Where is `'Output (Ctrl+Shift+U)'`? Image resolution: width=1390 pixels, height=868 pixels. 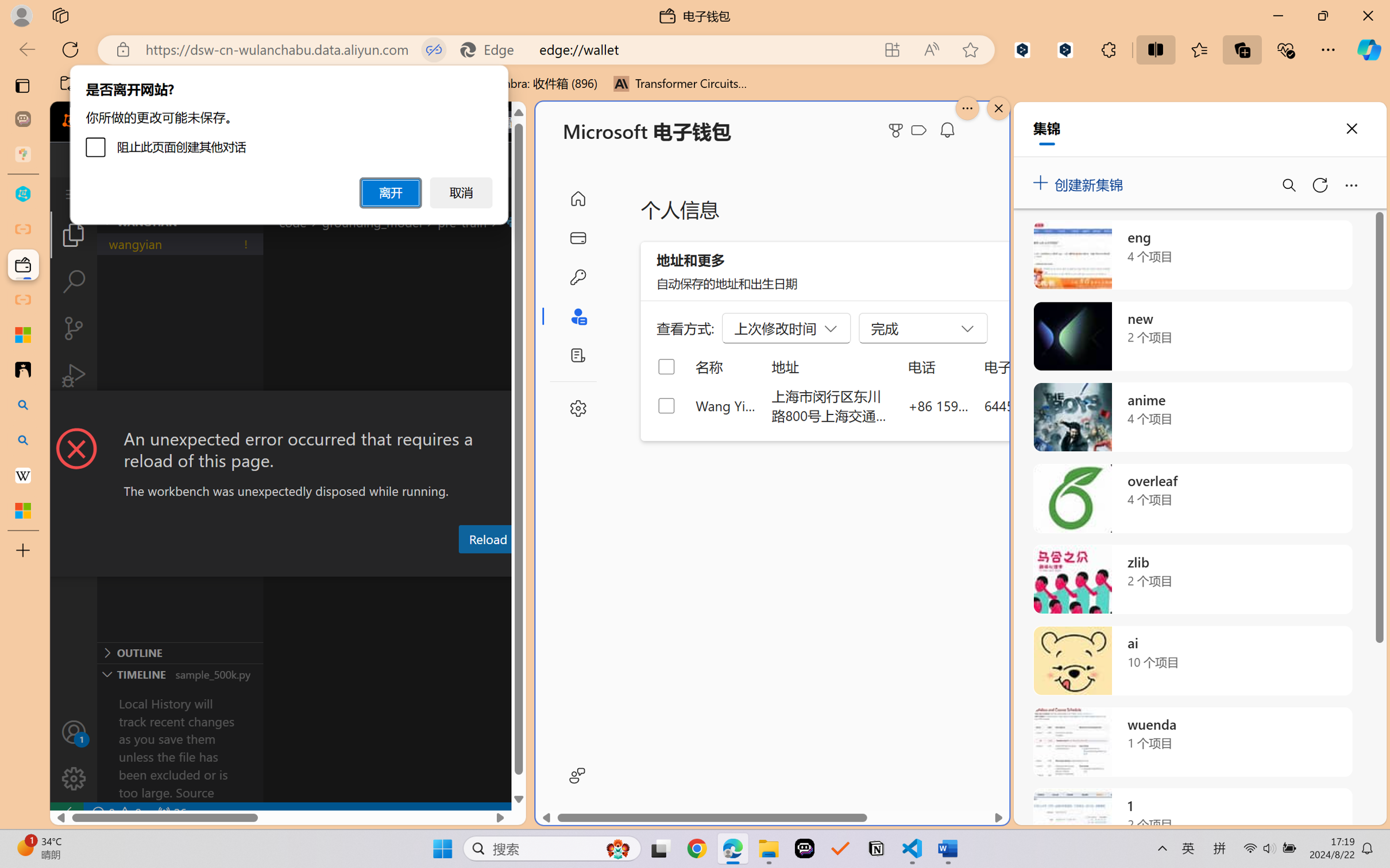 'Output (Ctrl+Shift+U)' is located at coordinates (377, 566).